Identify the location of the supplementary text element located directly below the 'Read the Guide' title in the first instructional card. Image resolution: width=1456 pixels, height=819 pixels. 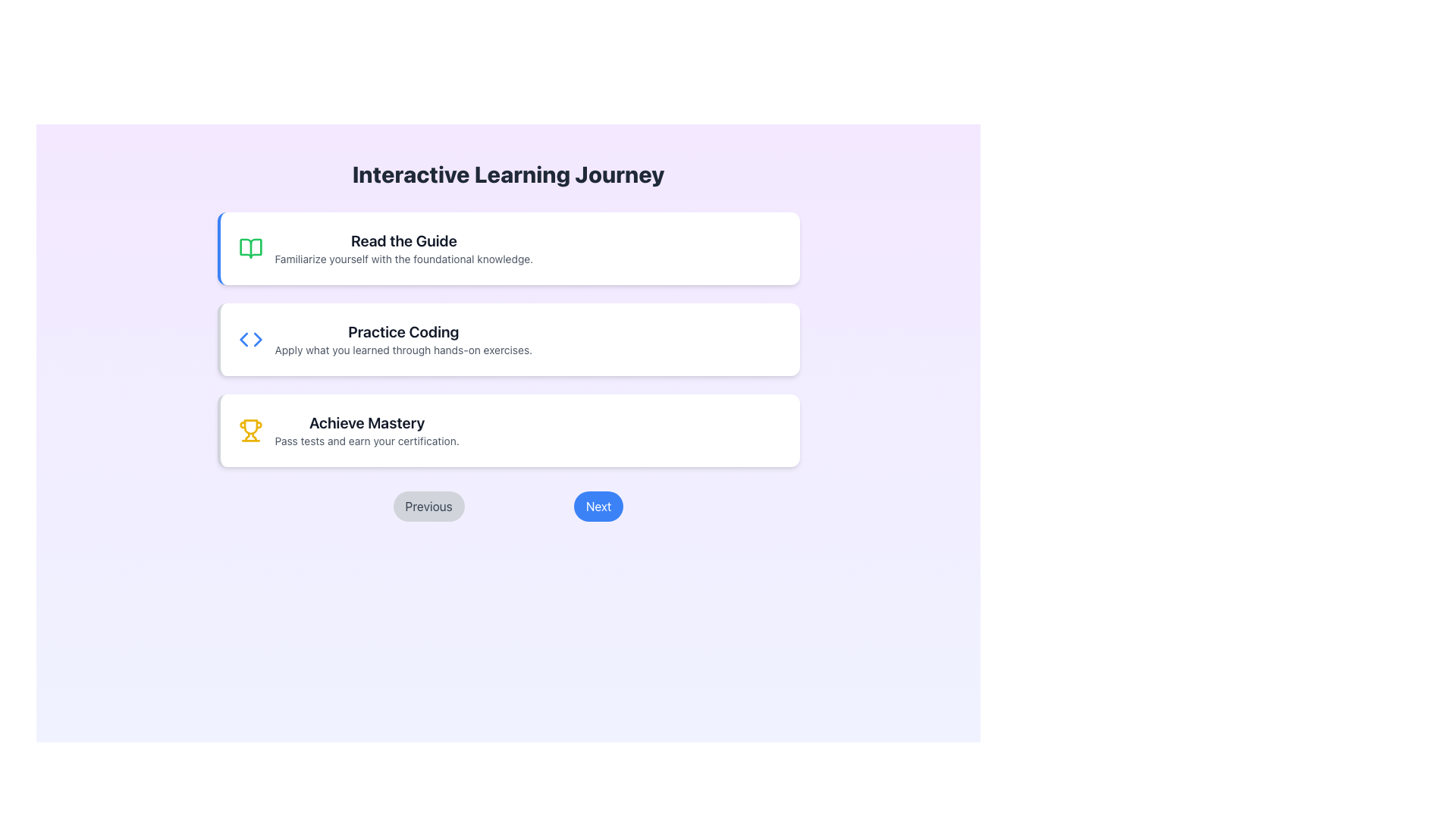
(403, 259).